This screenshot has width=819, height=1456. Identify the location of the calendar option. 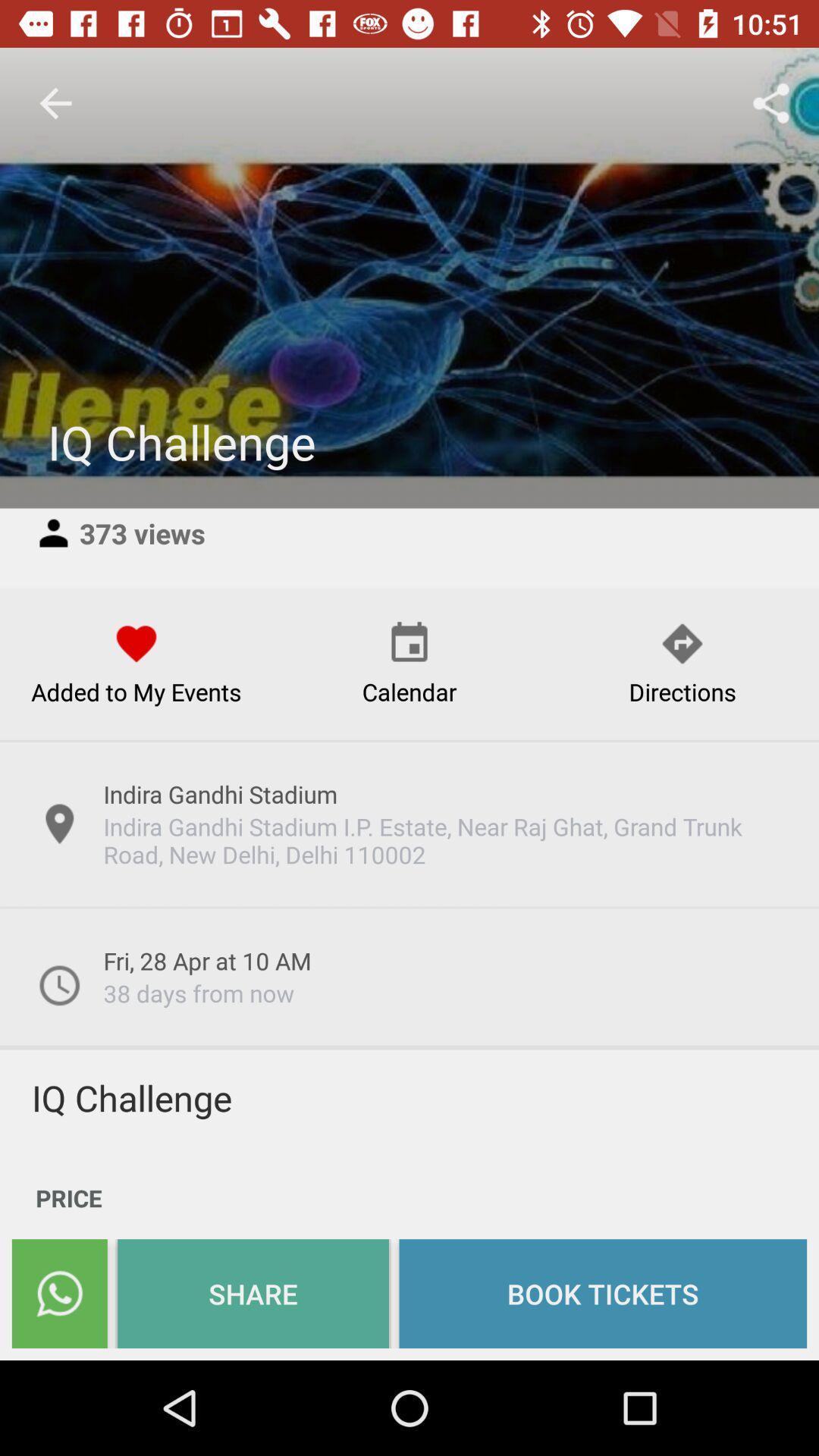
(409, 664).